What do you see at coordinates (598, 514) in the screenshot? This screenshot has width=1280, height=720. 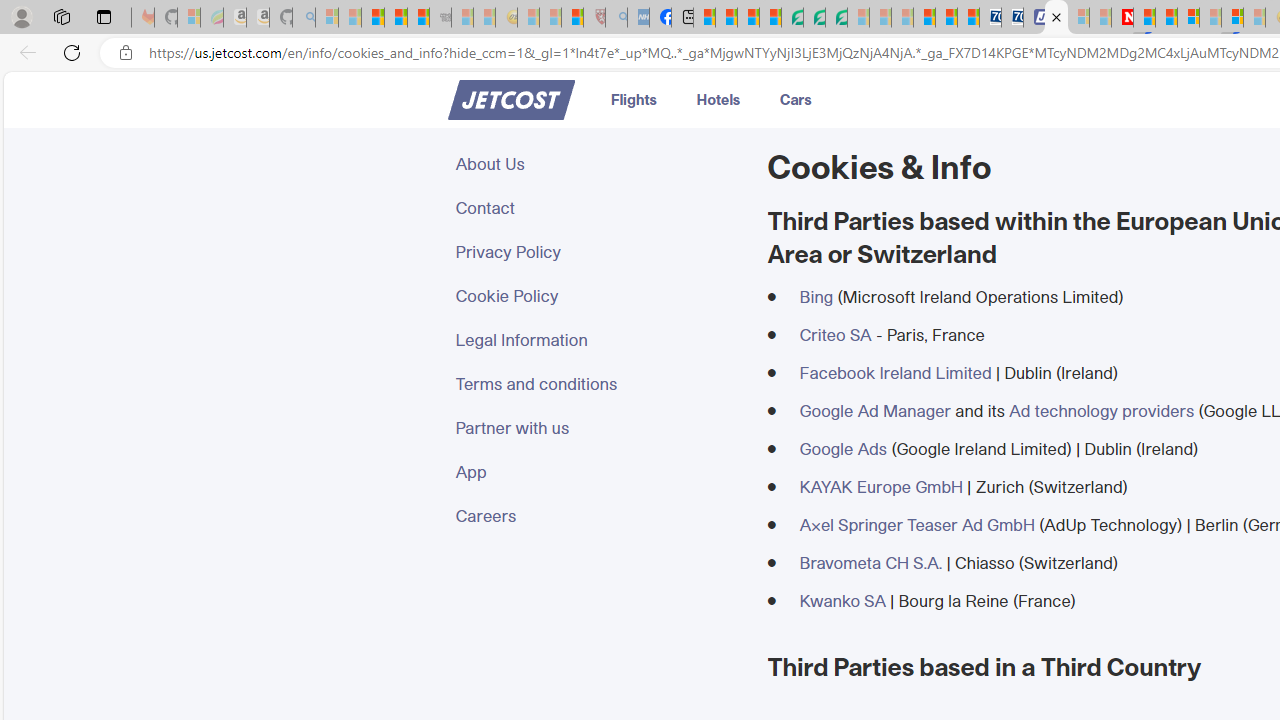 I see `'Careers'` at bounding box center [598, 514].